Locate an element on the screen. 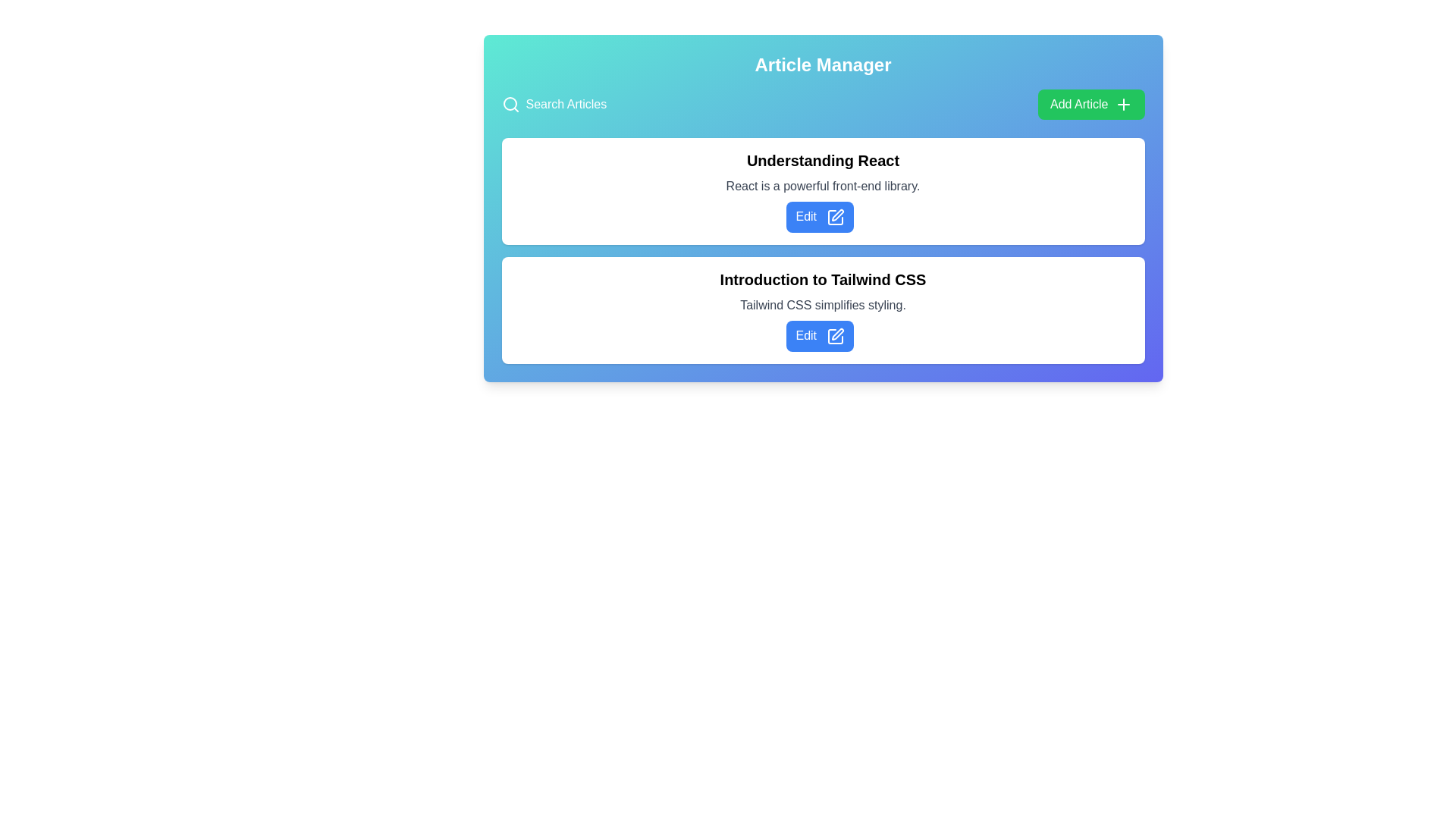 The width and height of the screenshot is (1456, 819). the icon within the 'Add Article' green button located in the top-right portion of the interface is located at coordinates (1123, 104).